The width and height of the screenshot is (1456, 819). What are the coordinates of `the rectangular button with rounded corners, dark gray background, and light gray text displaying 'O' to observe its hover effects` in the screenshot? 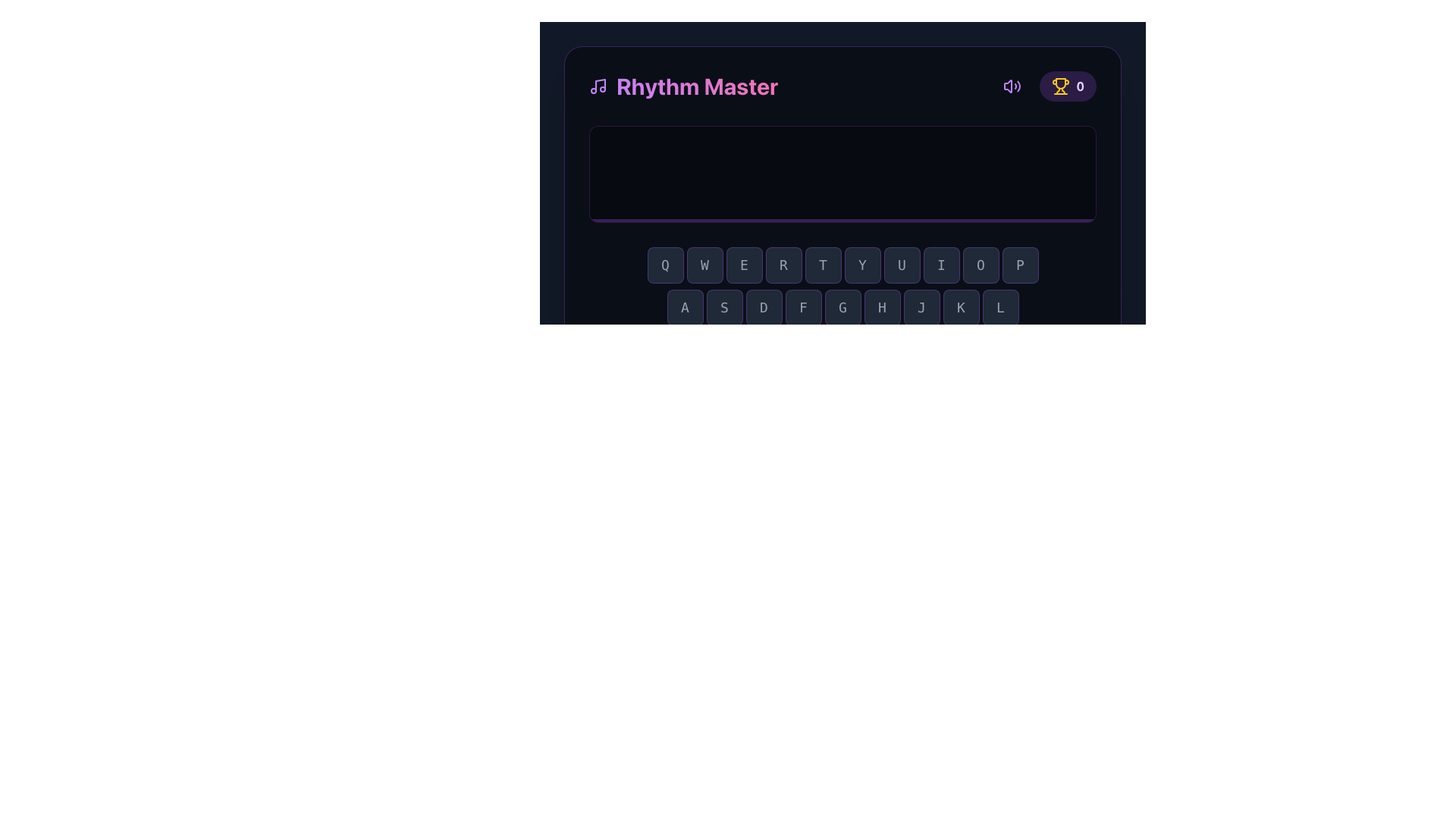 It's located at (981, 265).